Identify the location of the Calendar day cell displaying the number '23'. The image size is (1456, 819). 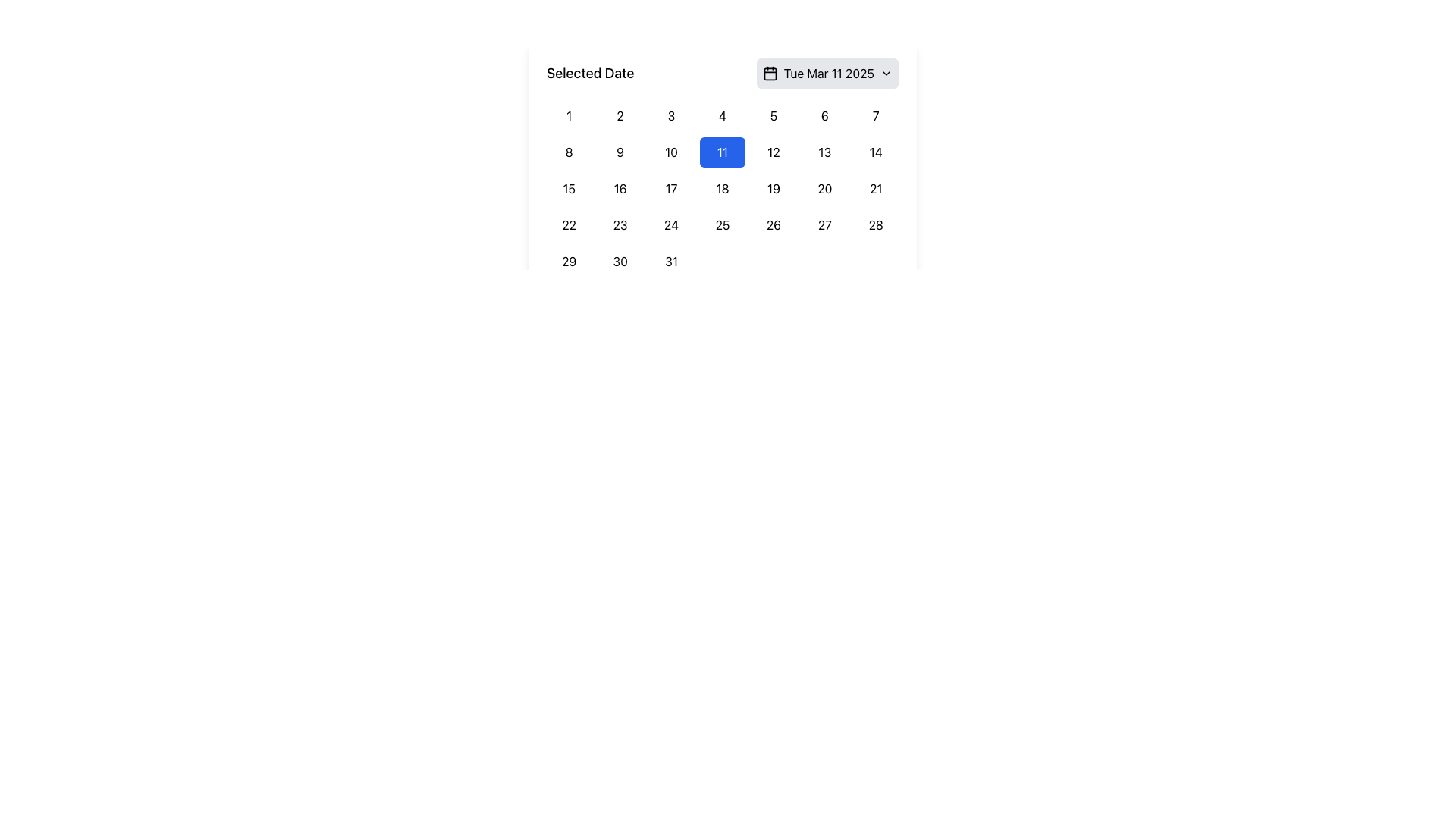
(620, 225).